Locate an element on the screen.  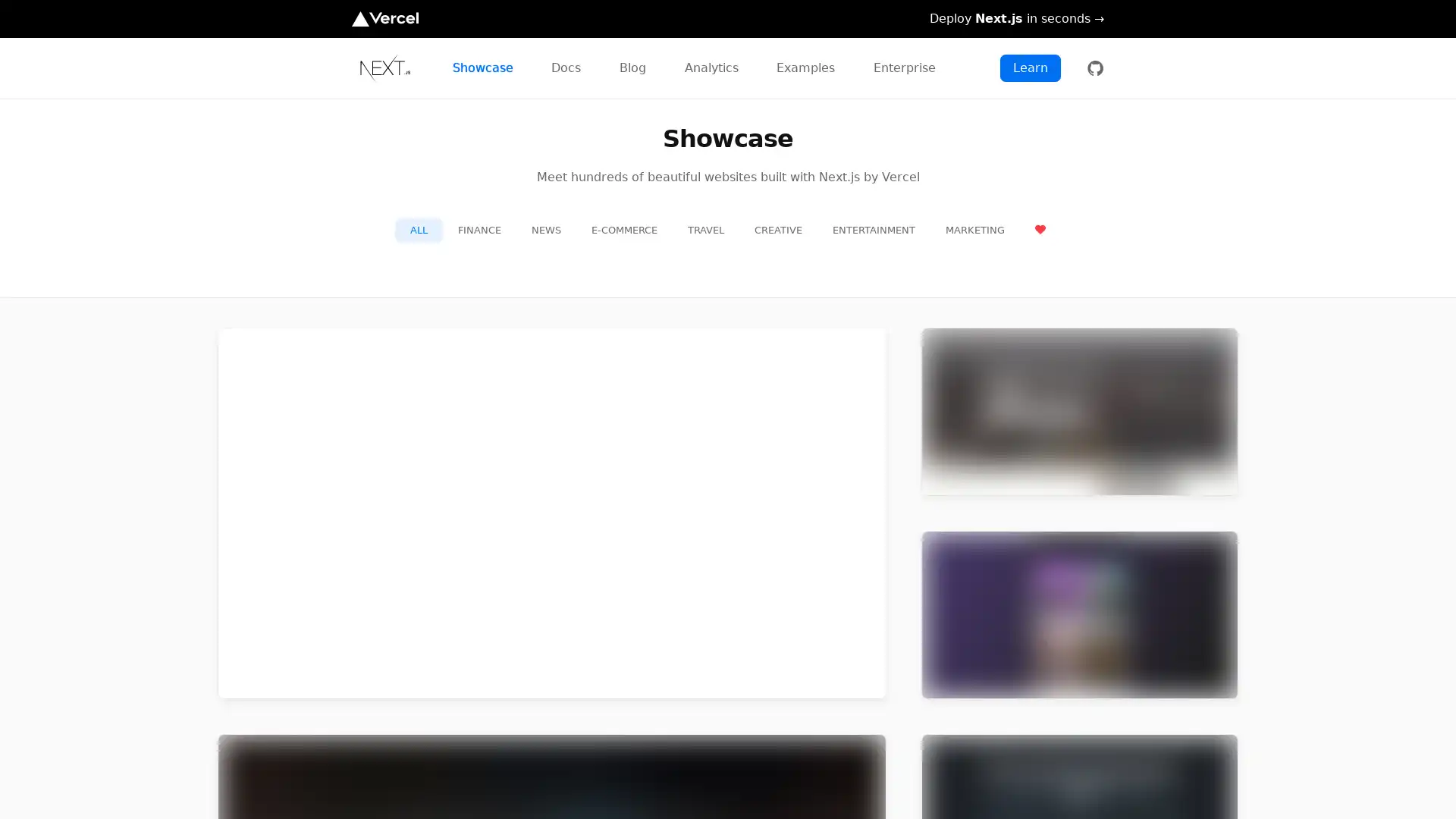
CREATIVE is located at coordinates (778, 230).